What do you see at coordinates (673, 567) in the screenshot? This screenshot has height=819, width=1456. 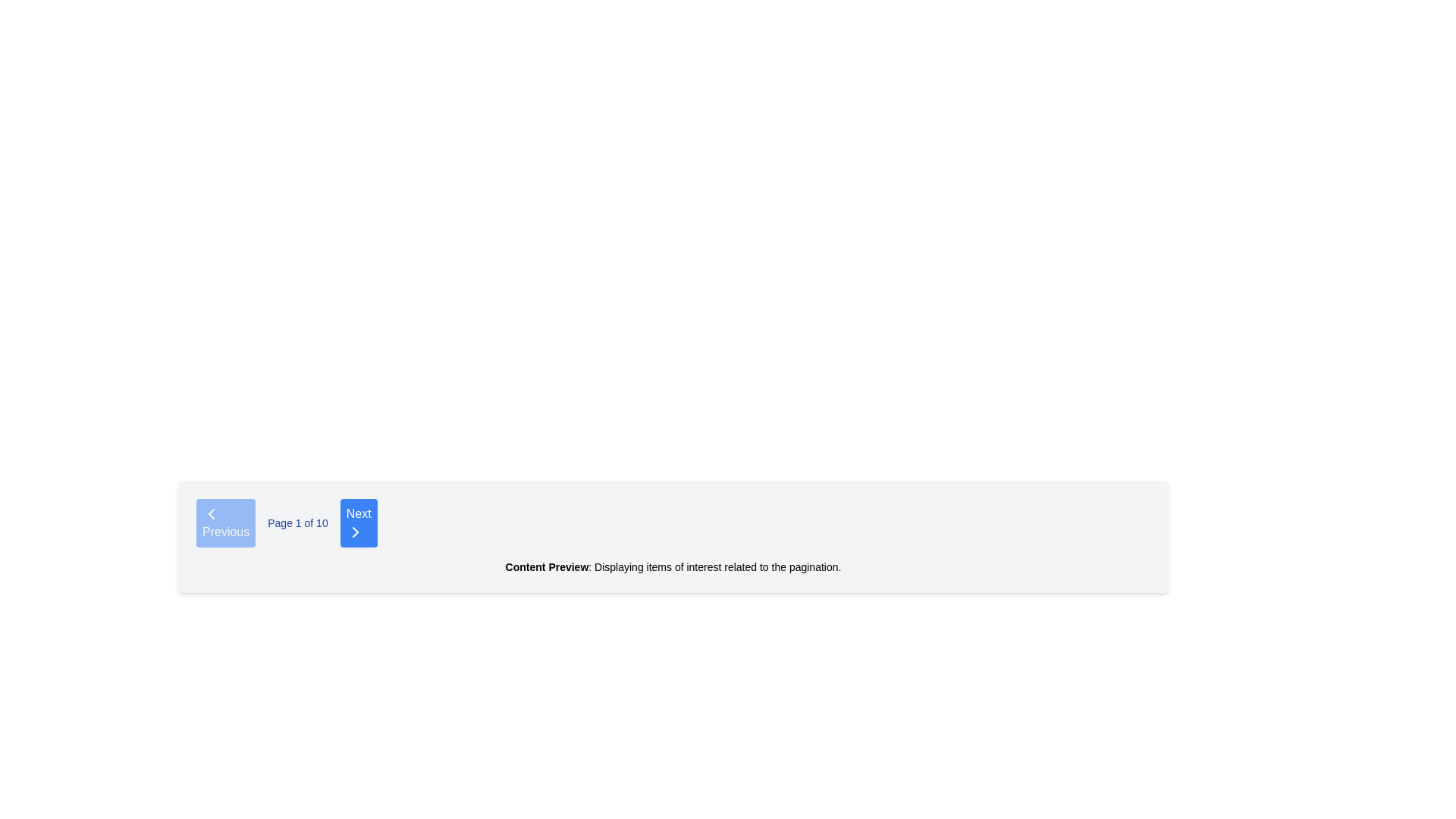 I see `the informational Text Label located directly below the pagination controls, centered horizontally within a light gray box` at bounding box center [673, 567].